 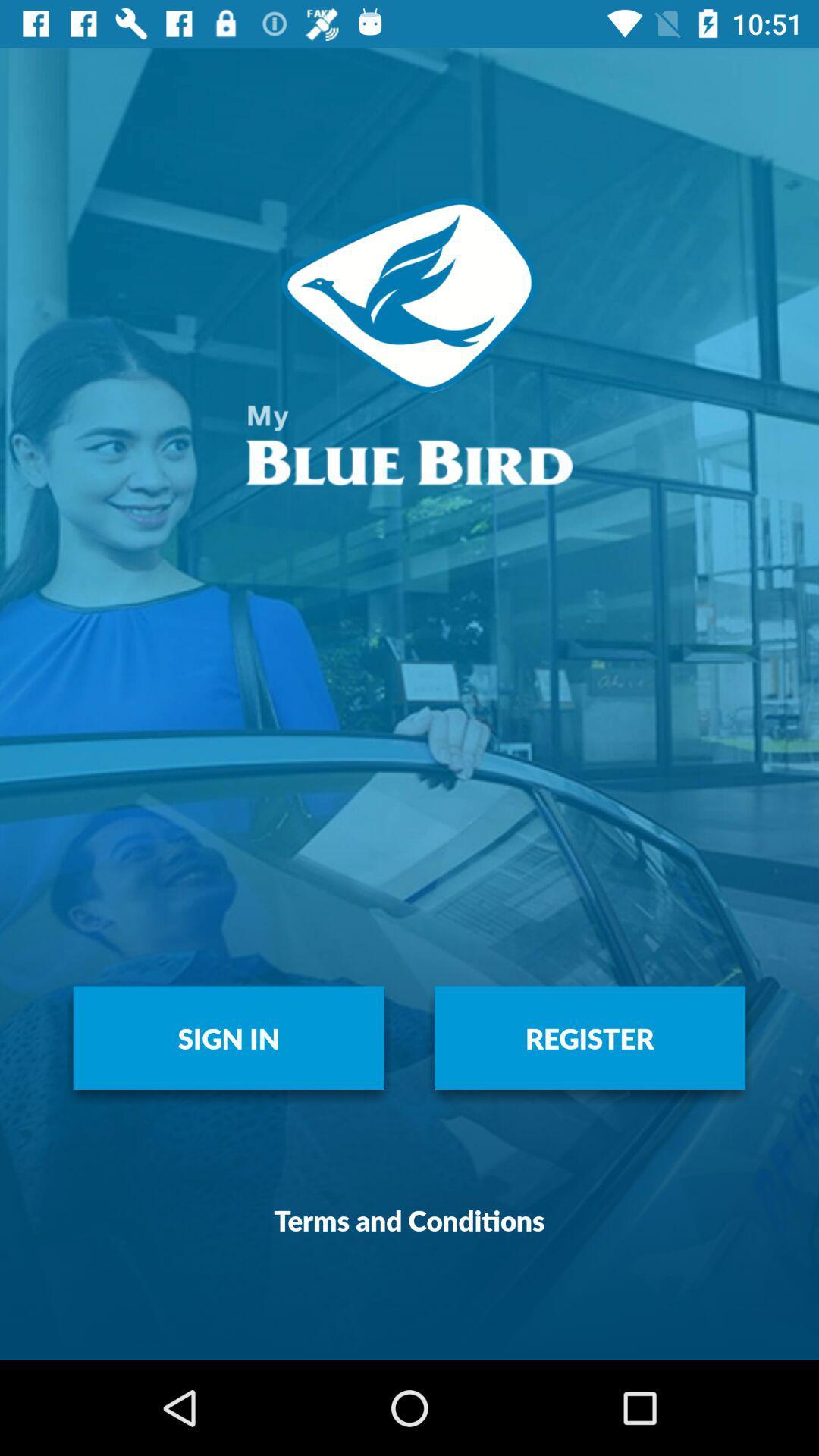 What do you see at coordinates (409, 1219) in the screenshot?
I see `the icon below sign in` at bounding box center [409, 1219].